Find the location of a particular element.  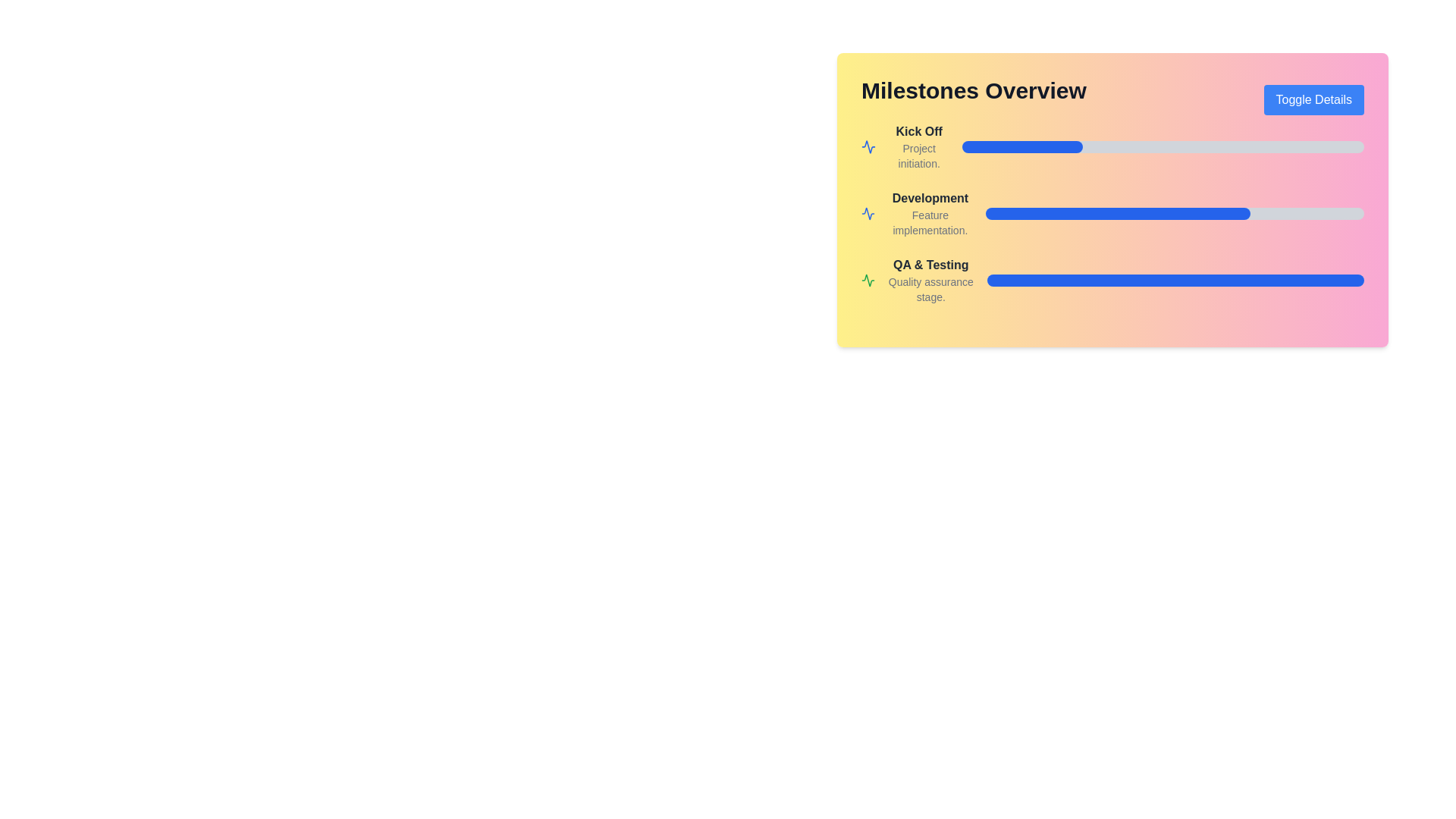

the text label providing a brief descriptive subtitle for the milestone titled 'Kick Off', which is located below the title and above a horizontal progress bar is located at coordinates (918, 155).